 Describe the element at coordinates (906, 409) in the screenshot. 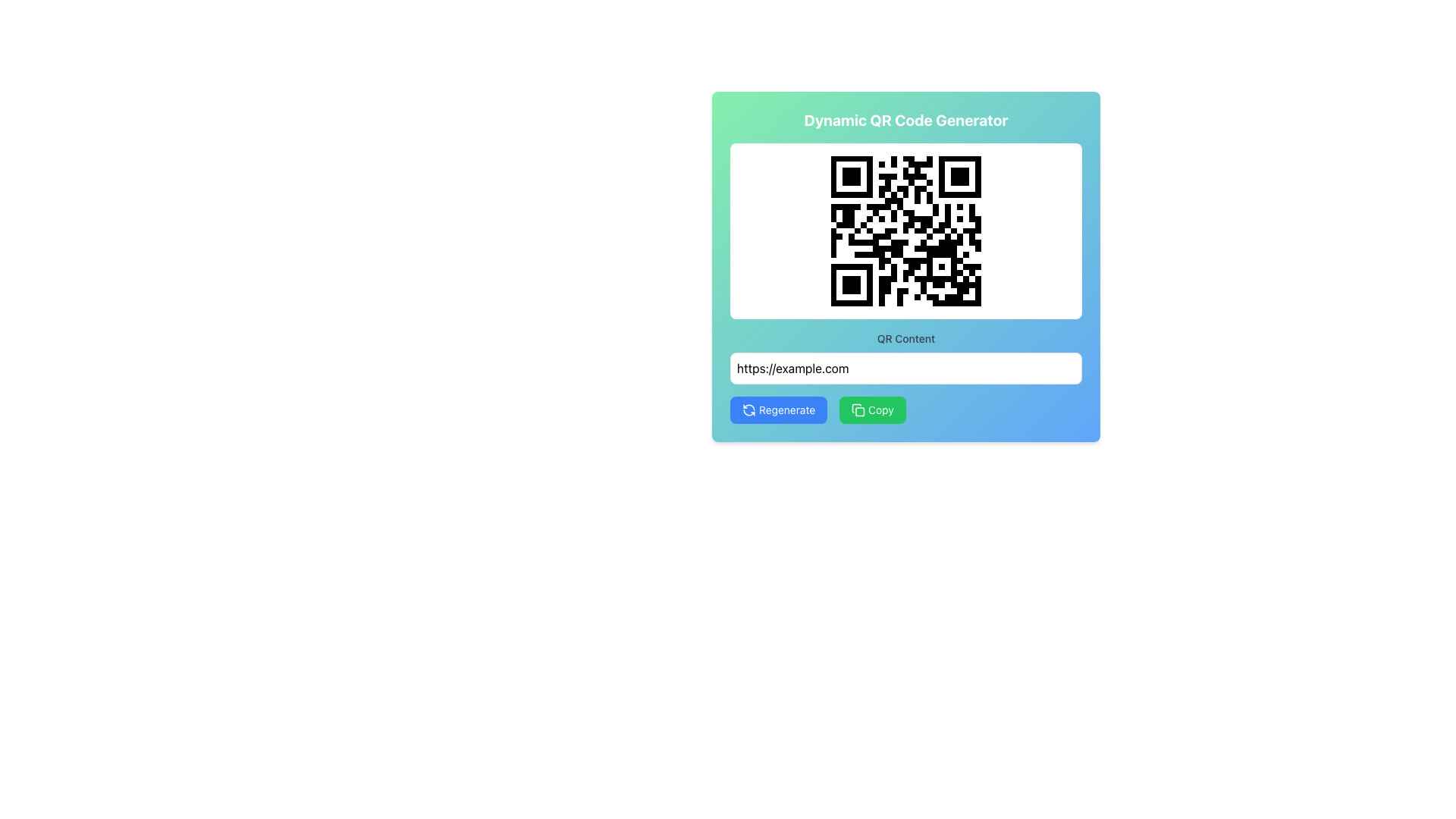

I see `the green 'Copy' button with rounded corners, which is located to the right of the 'Regenerate' button` at that location.